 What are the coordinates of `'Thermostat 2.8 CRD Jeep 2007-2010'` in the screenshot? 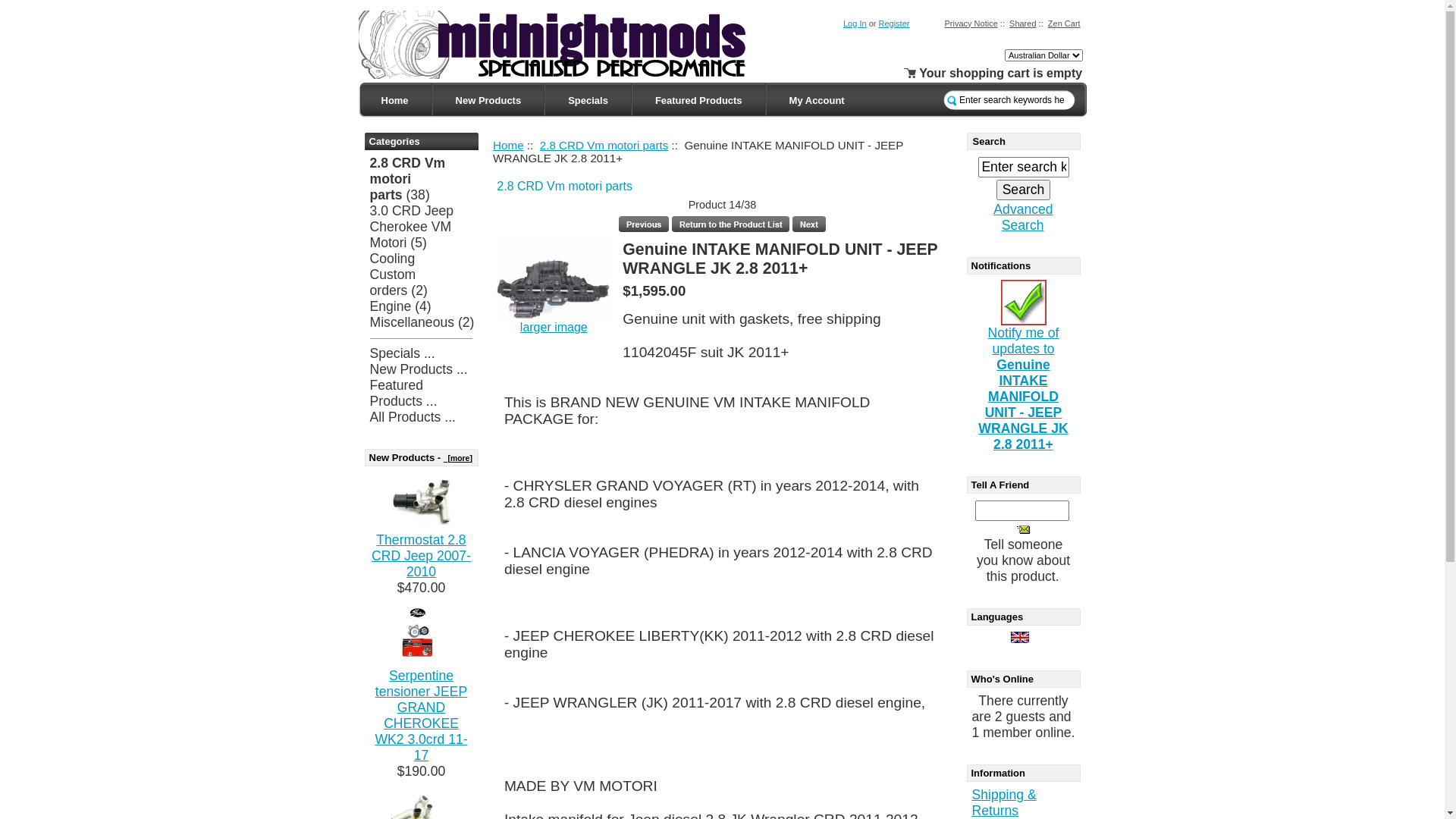 It's located at (421, 555).